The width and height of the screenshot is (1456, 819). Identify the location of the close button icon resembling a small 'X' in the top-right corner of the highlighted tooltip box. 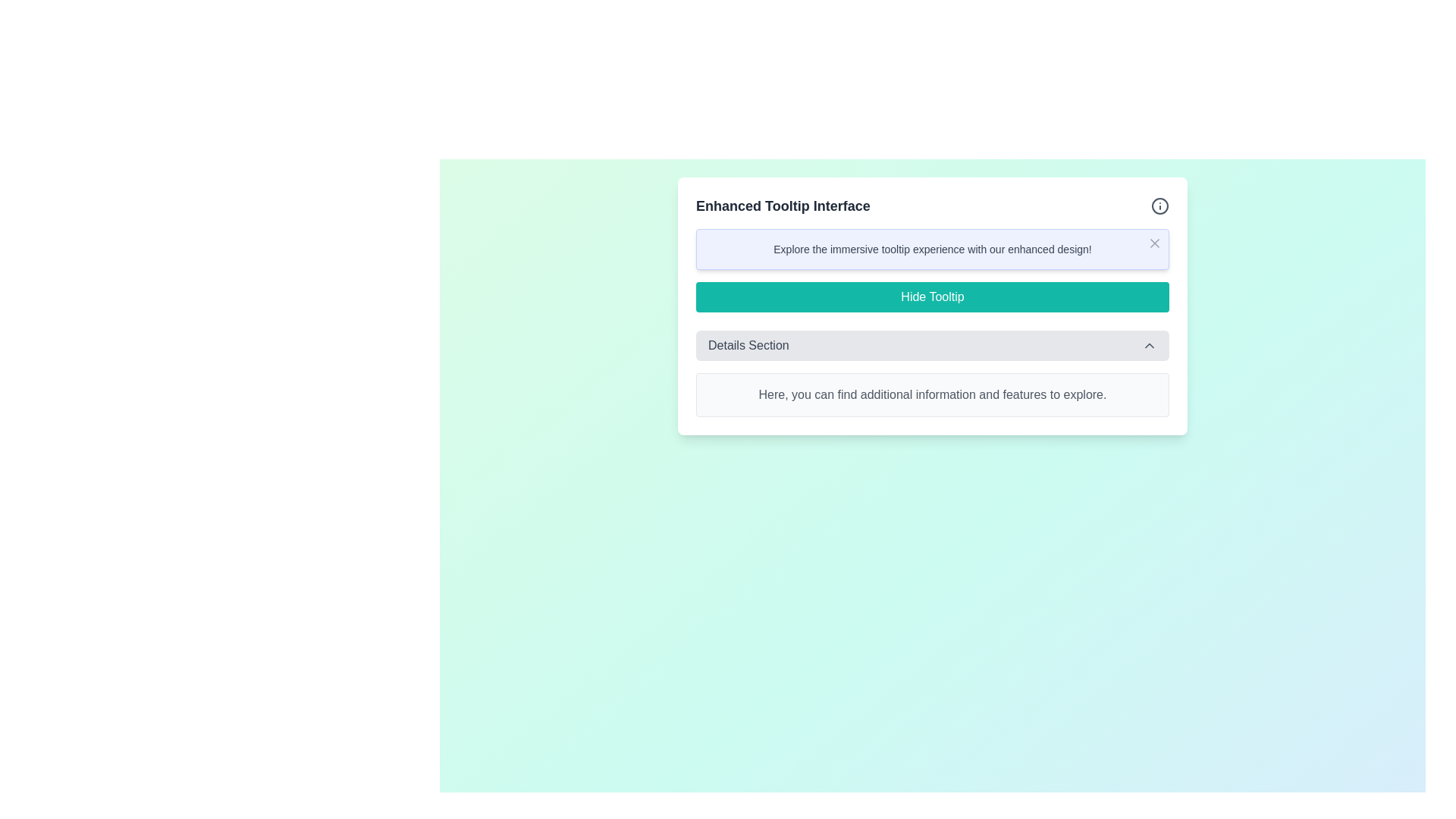
(1153, 242).